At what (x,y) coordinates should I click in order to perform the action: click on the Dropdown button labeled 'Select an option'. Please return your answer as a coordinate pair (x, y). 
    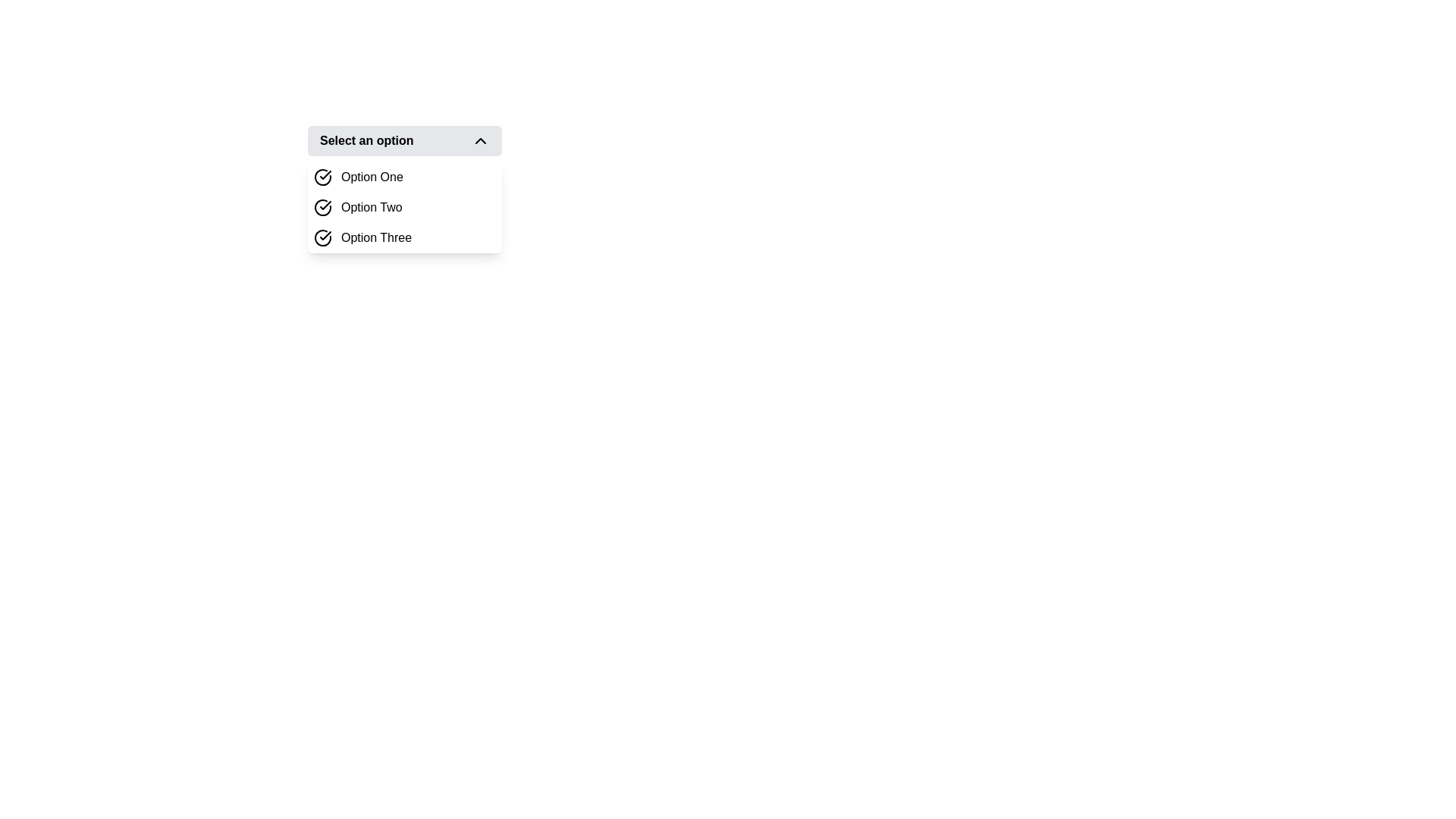
    Looking at the image, I should click on (404, 140).